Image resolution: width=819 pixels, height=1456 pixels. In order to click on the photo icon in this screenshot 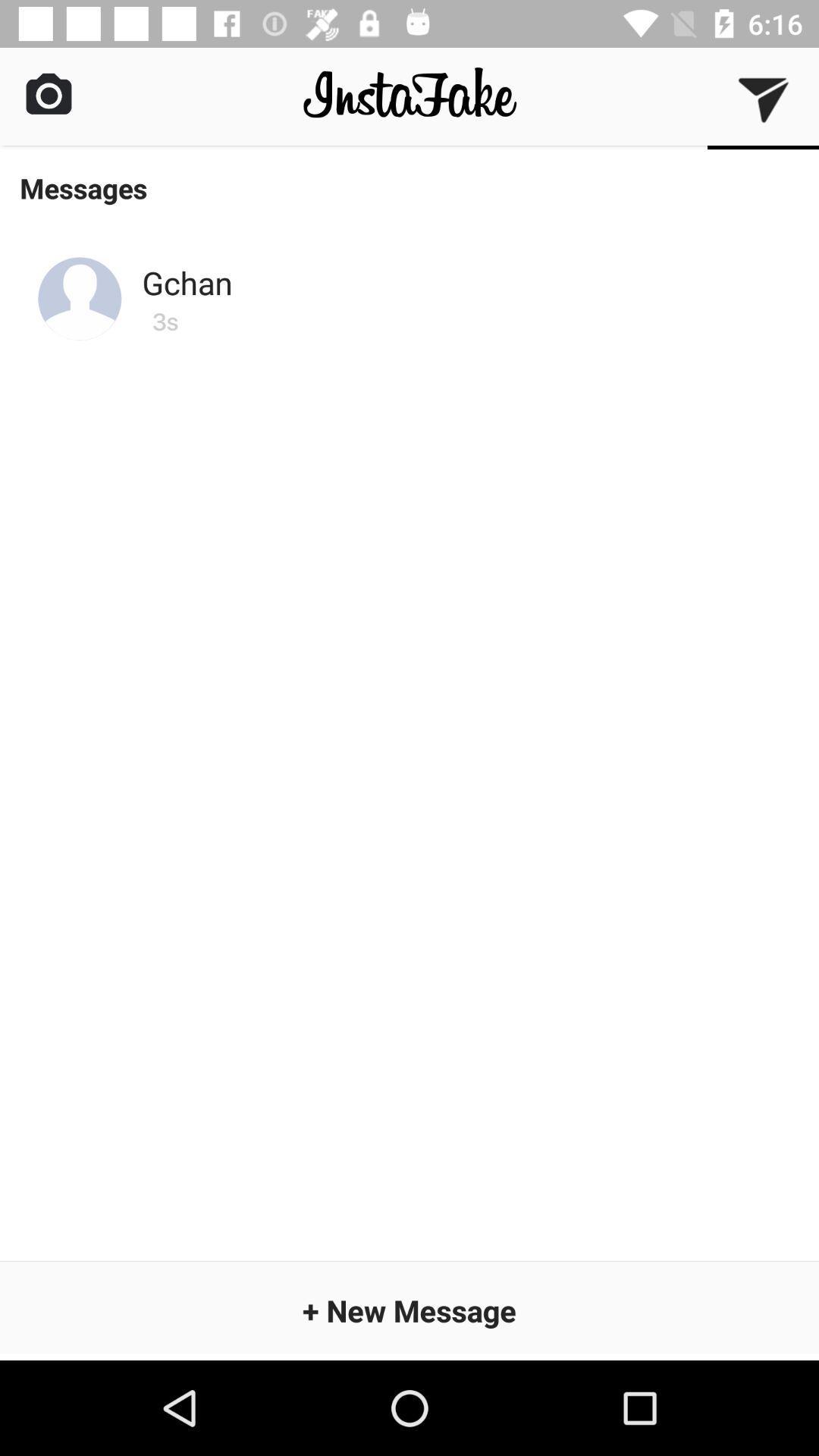, I will do `click(48, 93)`.